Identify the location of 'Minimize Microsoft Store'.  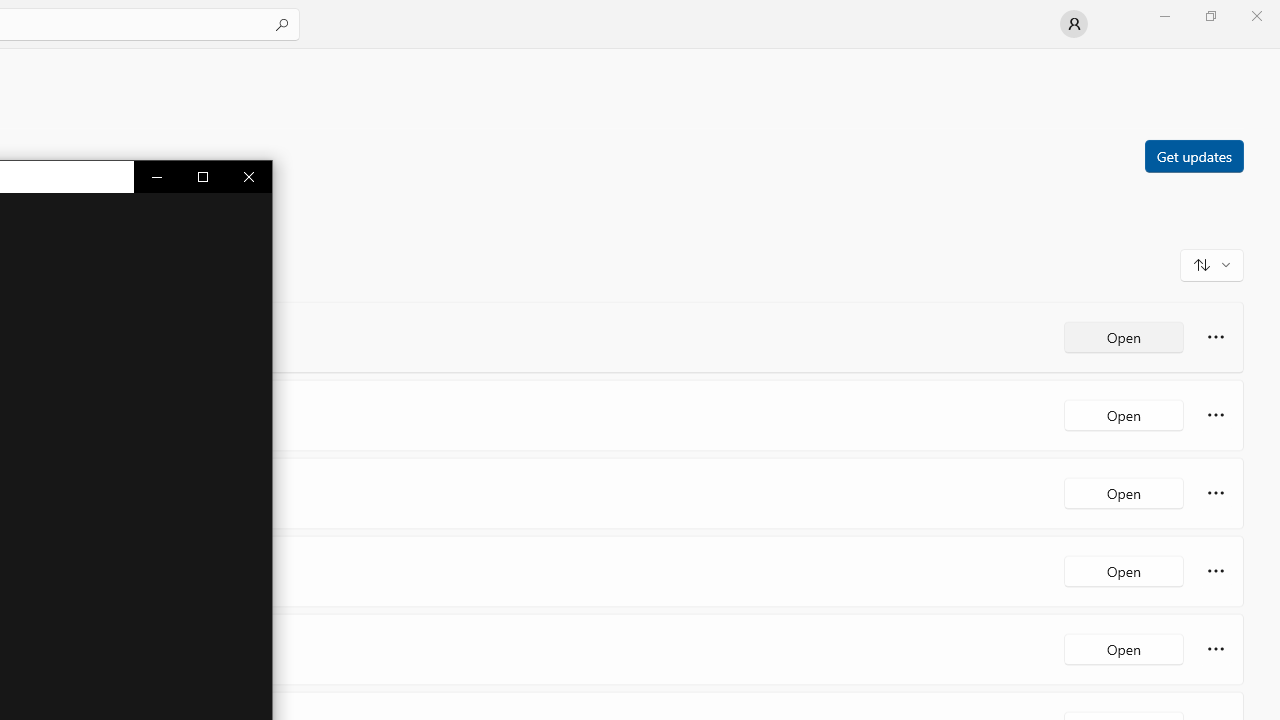
(1164, 15).